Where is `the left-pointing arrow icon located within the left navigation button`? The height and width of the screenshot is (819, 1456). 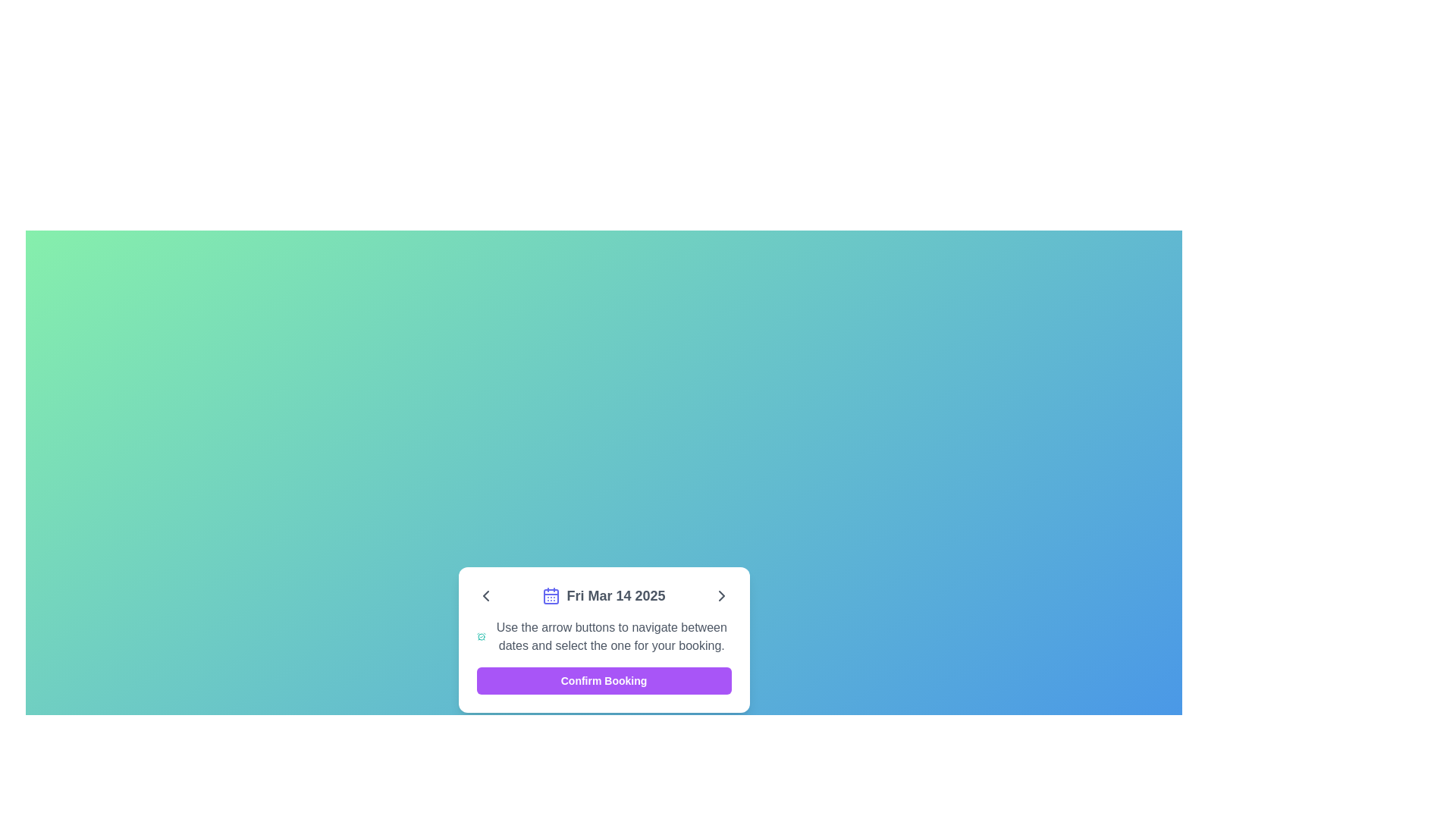 the left-pointing arrow icon located within the left navigation button is located at coordinates (485, 595).